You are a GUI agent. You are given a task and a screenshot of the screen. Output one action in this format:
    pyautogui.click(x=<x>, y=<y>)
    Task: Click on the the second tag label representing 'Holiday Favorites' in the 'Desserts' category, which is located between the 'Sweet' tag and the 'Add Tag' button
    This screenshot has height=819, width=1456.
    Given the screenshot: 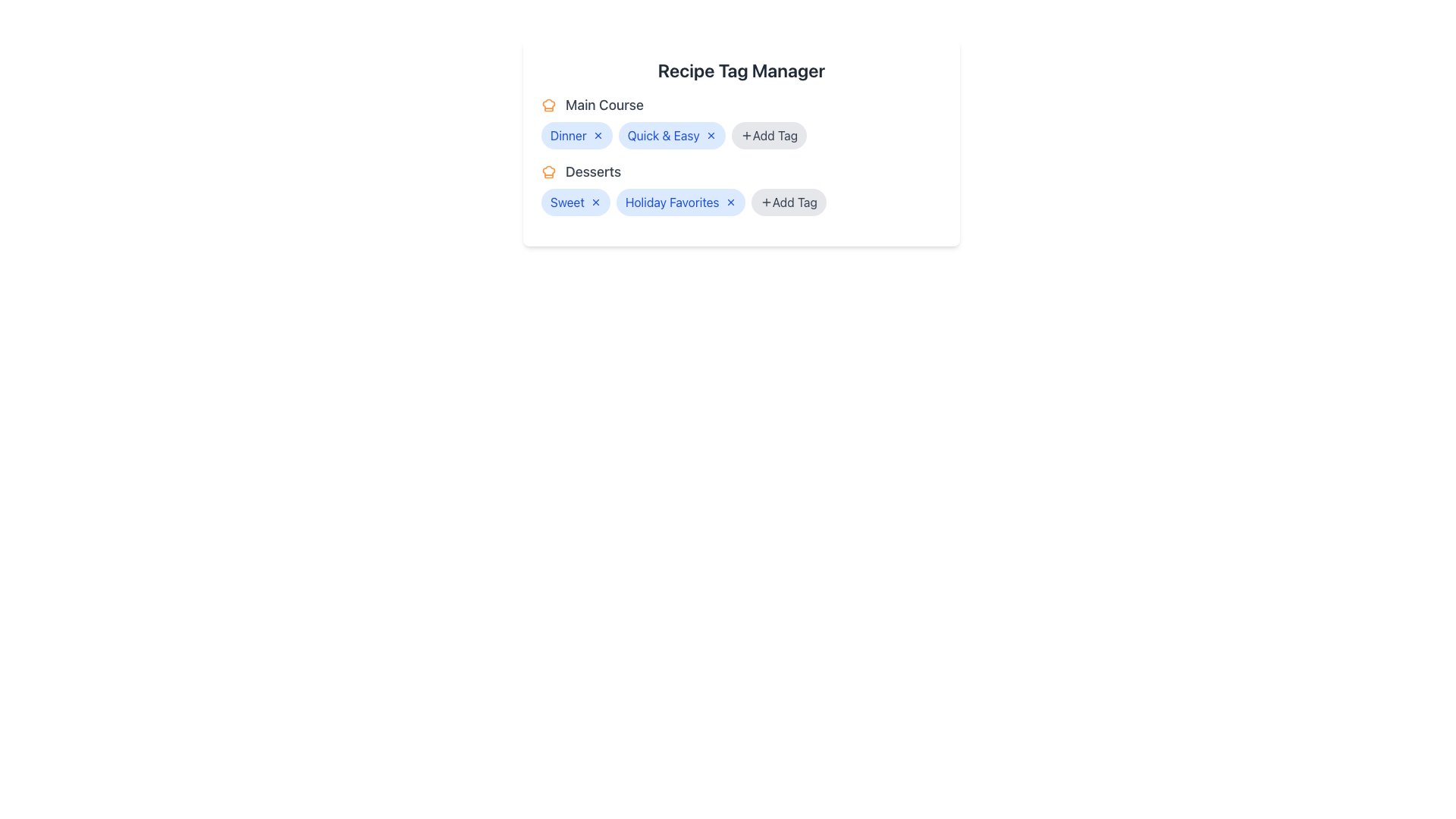 What is the action you would take?
    pyautogui.click(x=679, y=201)
    